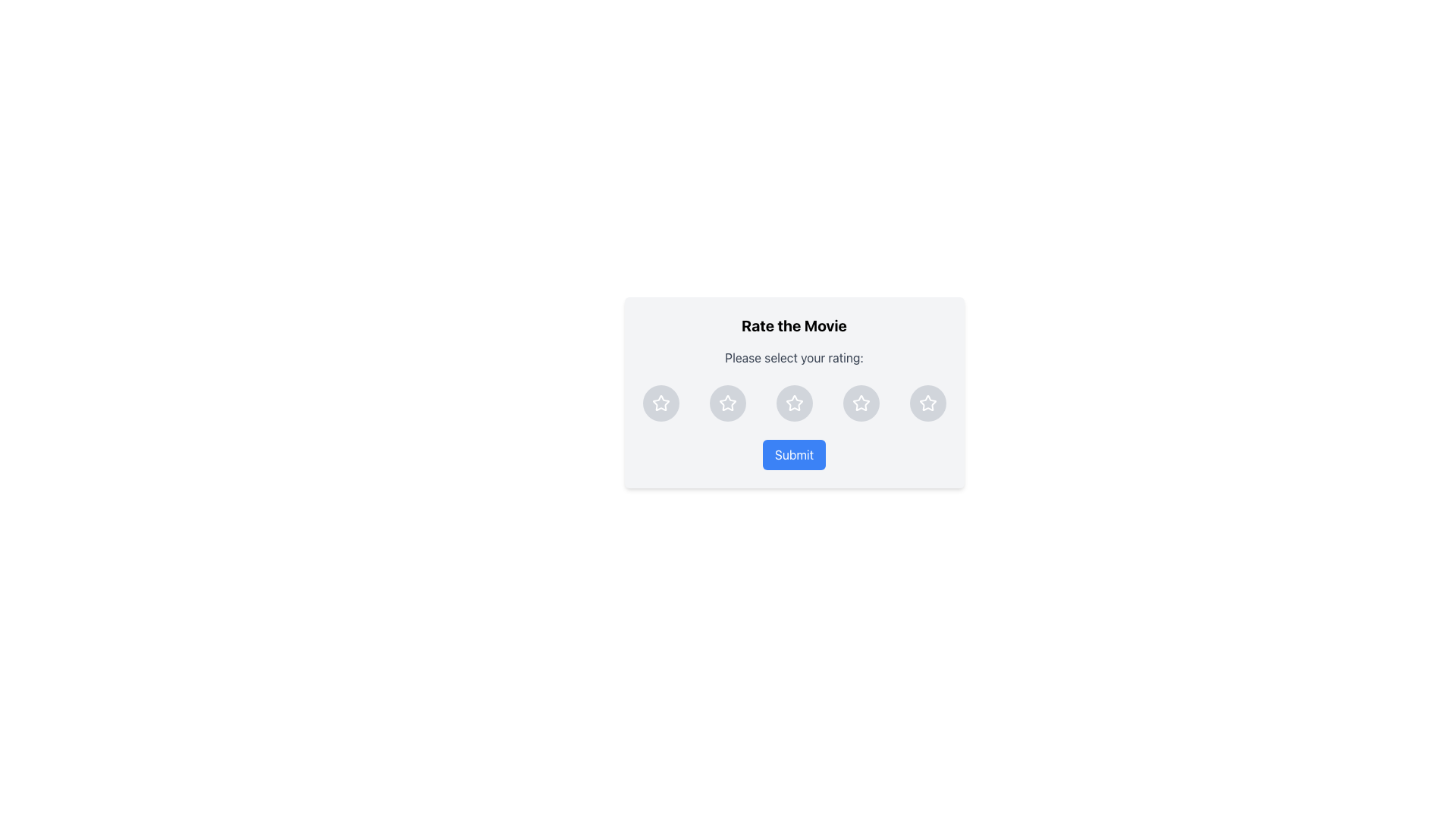 The image size is (1456, 819). I want to click on the third star-shaped icon outlined in white, which is centered within a gray circular background, so click(793, 402).